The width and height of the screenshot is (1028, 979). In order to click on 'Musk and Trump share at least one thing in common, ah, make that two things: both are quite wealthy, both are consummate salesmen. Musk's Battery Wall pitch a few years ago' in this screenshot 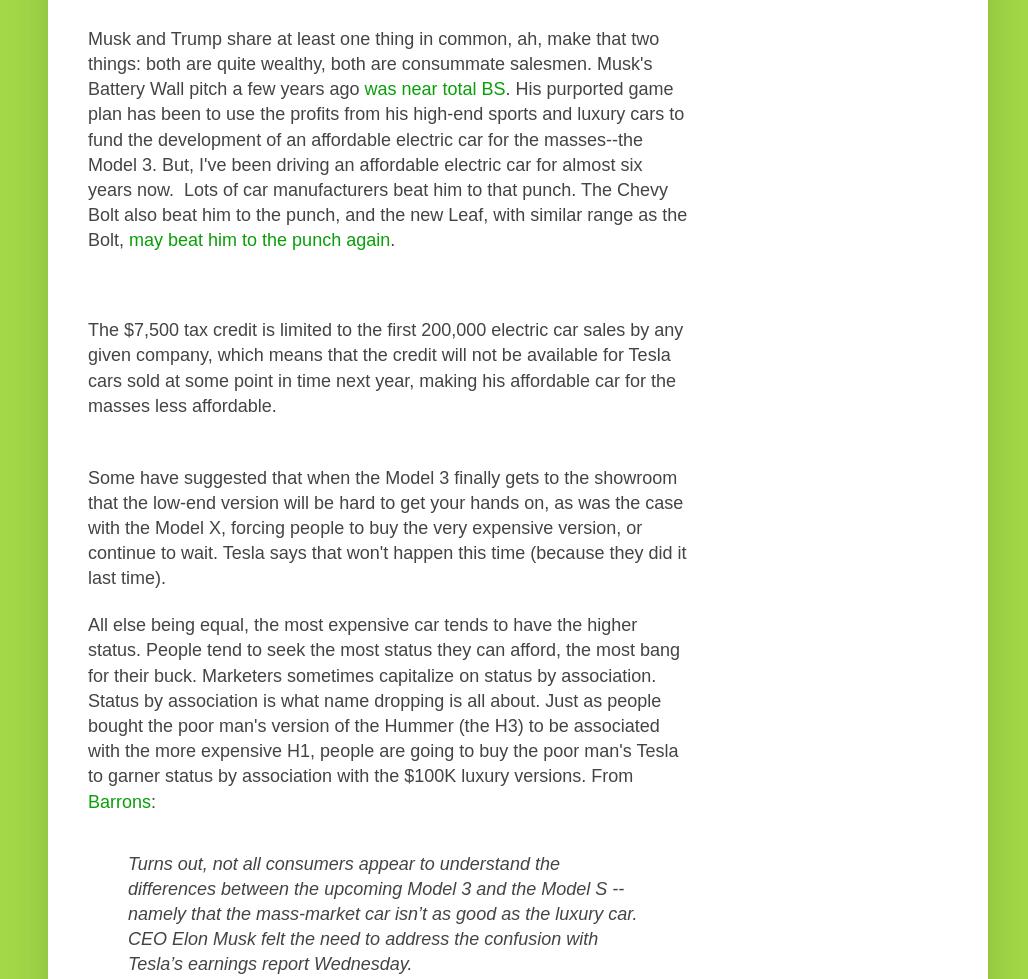, I will do `click(86, 63)`.